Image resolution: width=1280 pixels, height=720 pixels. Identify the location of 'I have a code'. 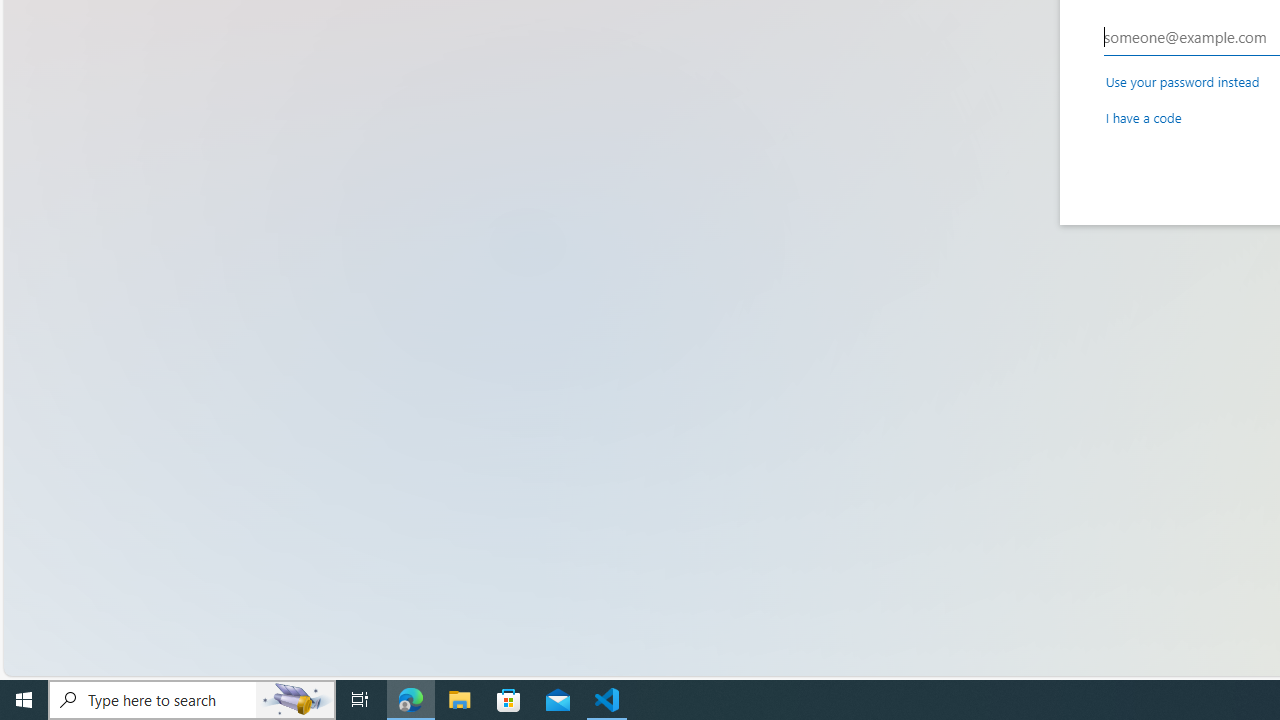
(1143, 117).